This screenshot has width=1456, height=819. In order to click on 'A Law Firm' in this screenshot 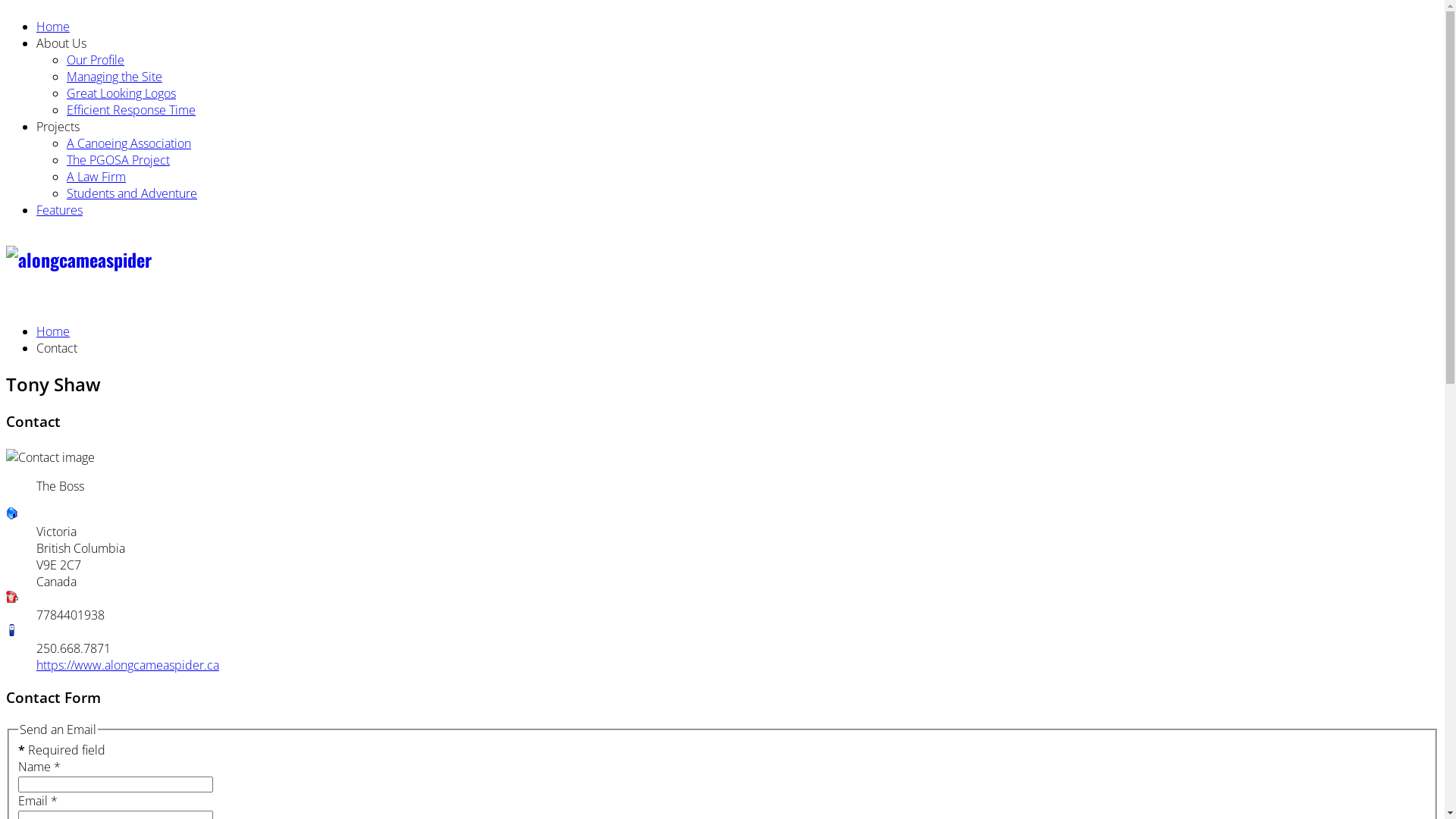, I will do `click(95, 175)`.